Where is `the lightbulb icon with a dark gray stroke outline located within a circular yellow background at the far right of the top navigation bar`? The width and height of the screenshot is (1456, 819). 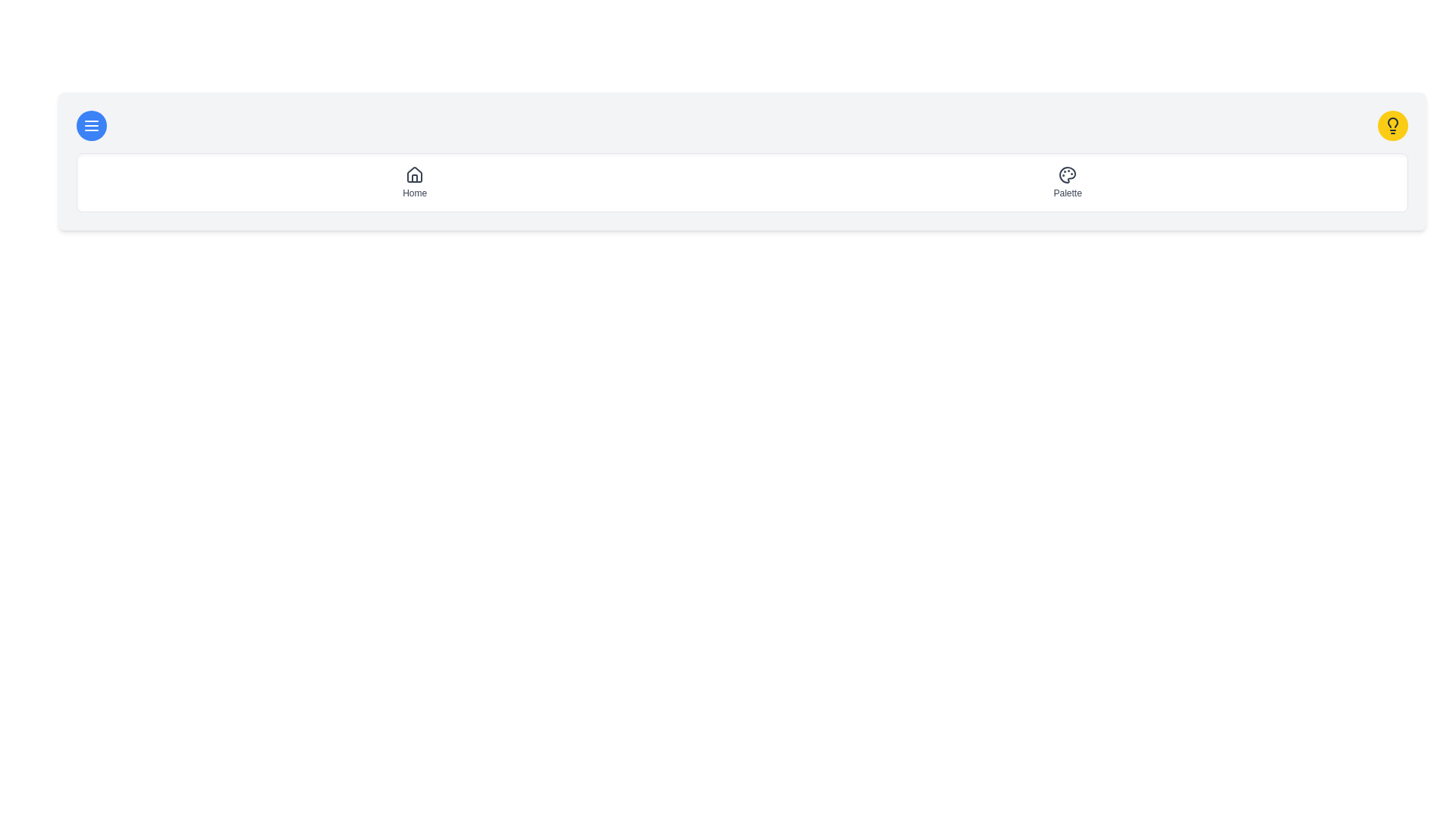
the lightbulb icon with a dark gray stroke outline located within a circular yellow background at the far right of the top navigation bar is located at coordinates (1393, 124).